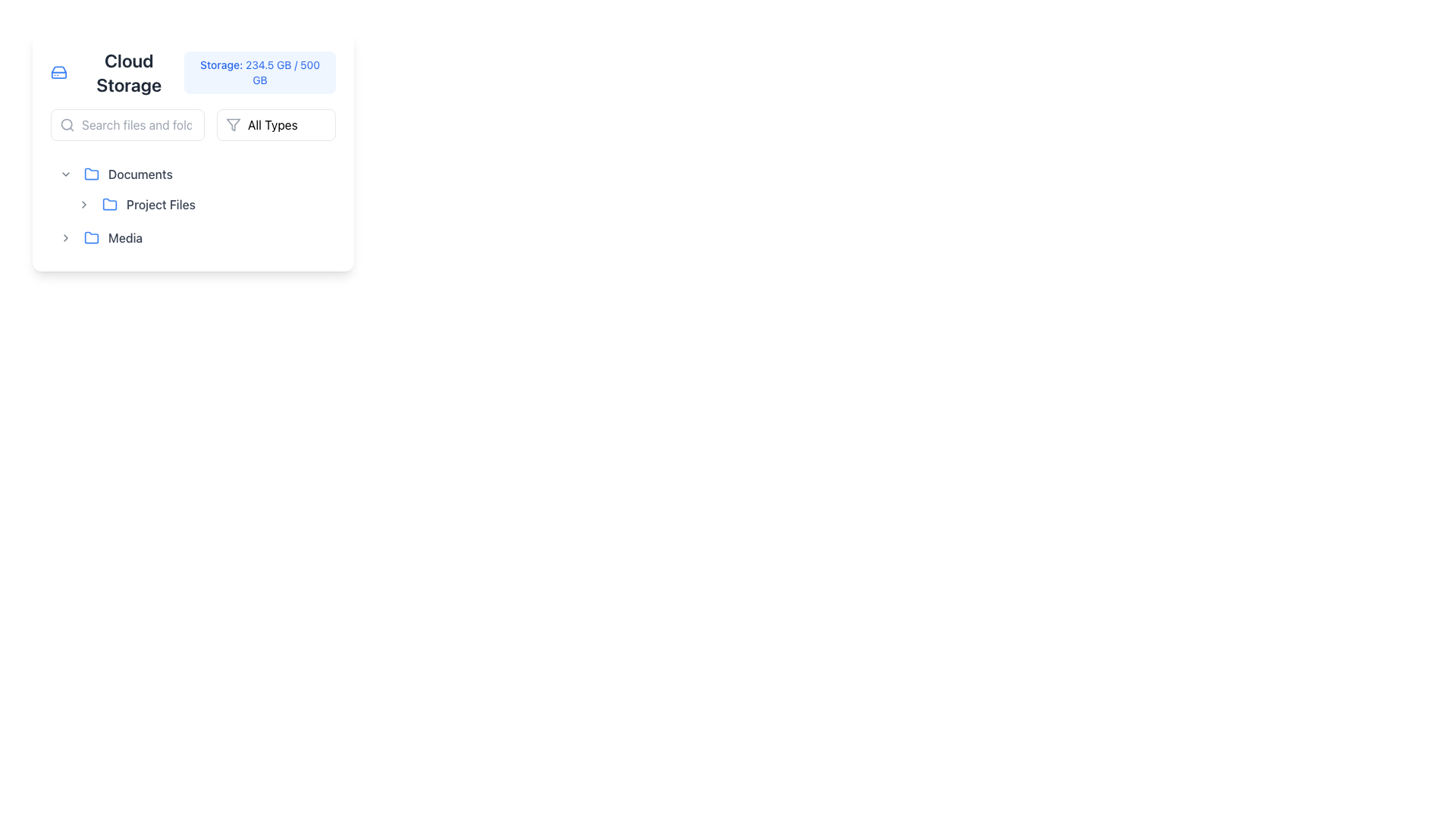 Image resolution: width=1456 pixels, height=819 pixels. Describe the element at coordinates (90, 172) in the screenshot. I see `the 'Documents' folder icon located in the 'Cloud Storage' section` at that location.